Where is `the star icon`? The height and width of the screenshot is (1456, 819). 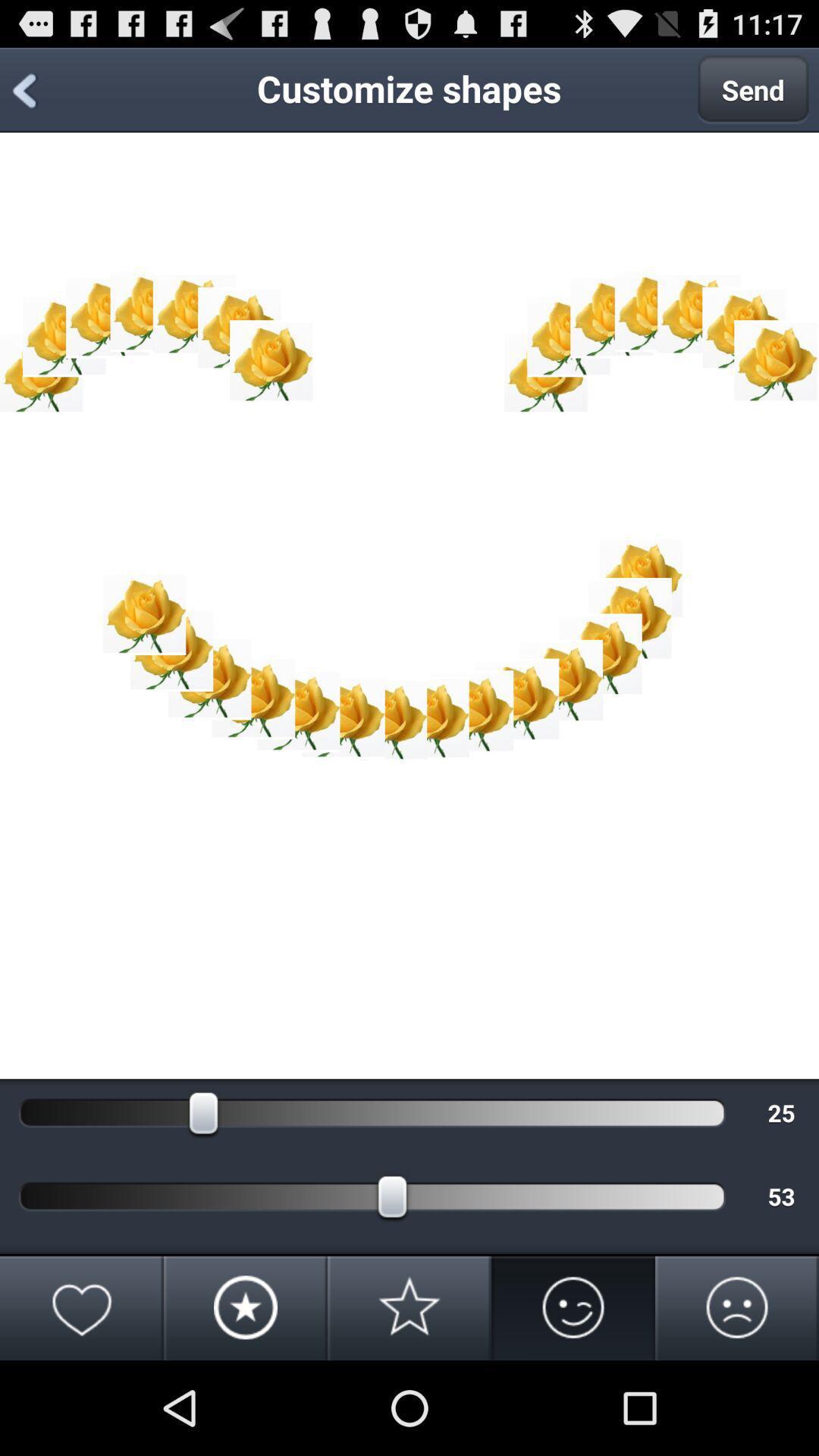 the star icon is located at coordinates (409, 1398).